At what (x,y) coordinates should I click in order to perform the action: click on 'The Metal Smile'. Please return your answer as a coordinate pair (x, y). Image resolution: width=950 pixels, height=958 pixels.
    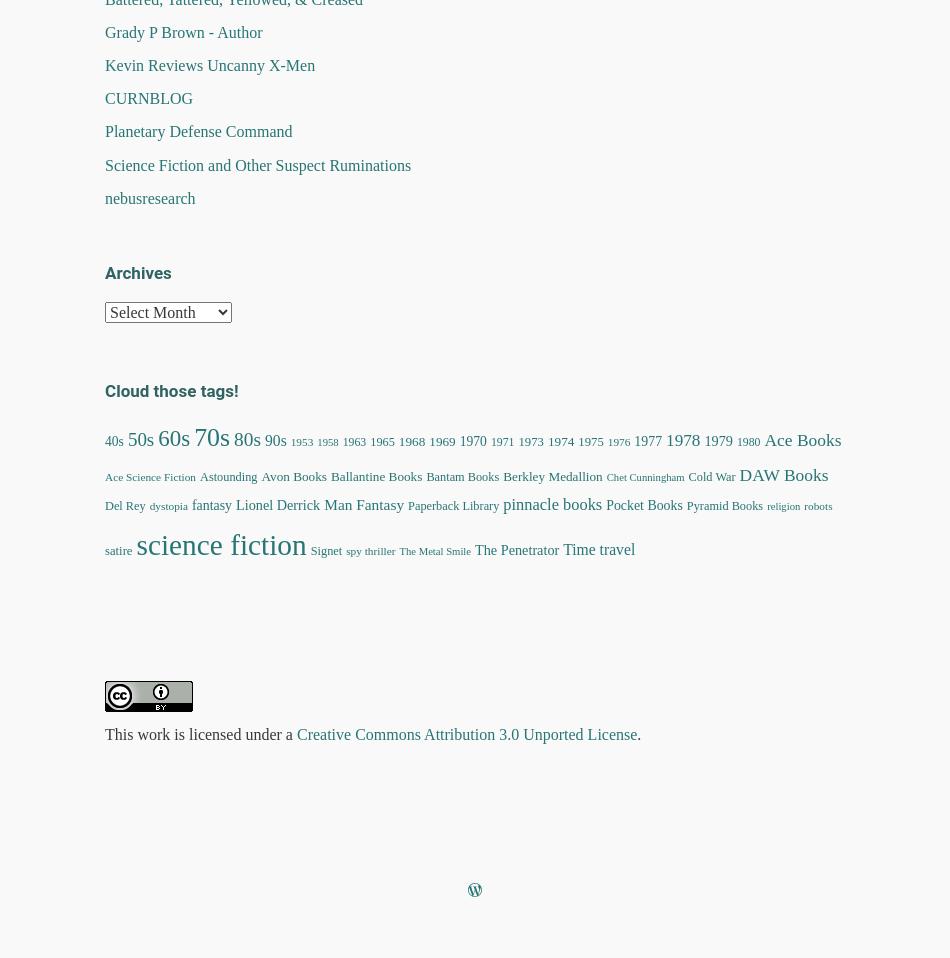
    Looking at the image, I should click on (434, 549).